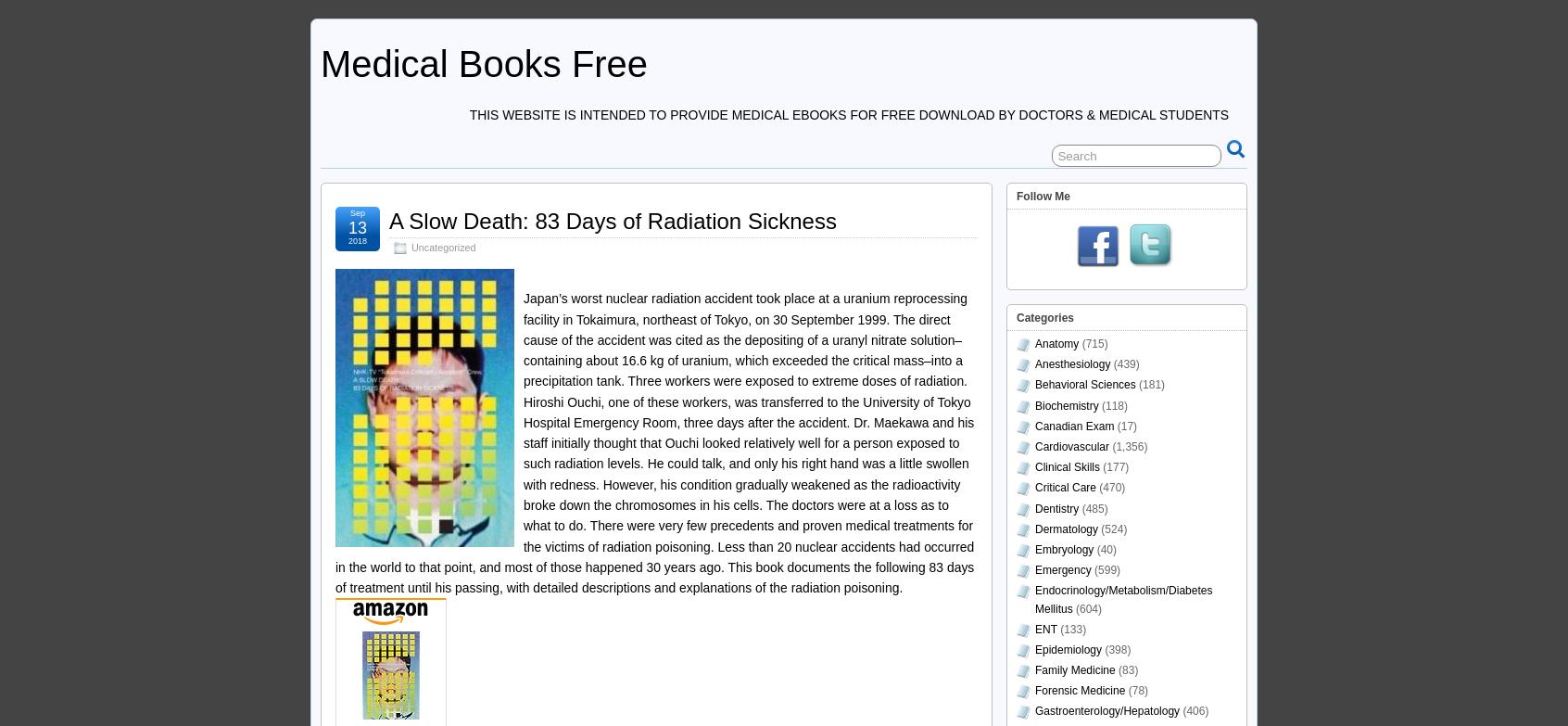 The width and height of the screenshot is (1568, 726). What do you see at coordinates (1116, 648) in the screenshot?
I see `'(398)'` at bounding box center [1116, 648].